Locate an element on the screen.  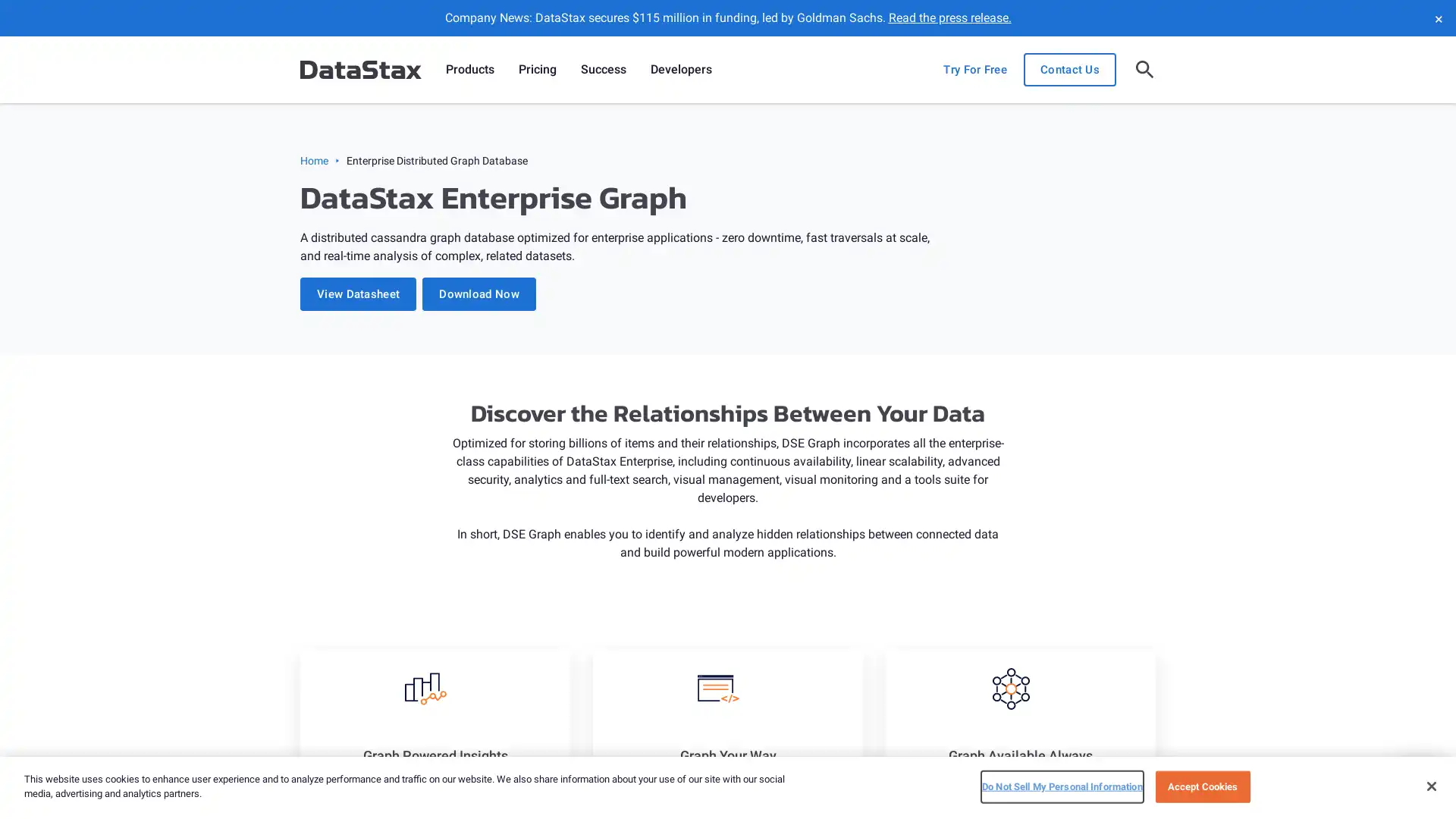
Dismiss is located at coordinates (1437, 17).